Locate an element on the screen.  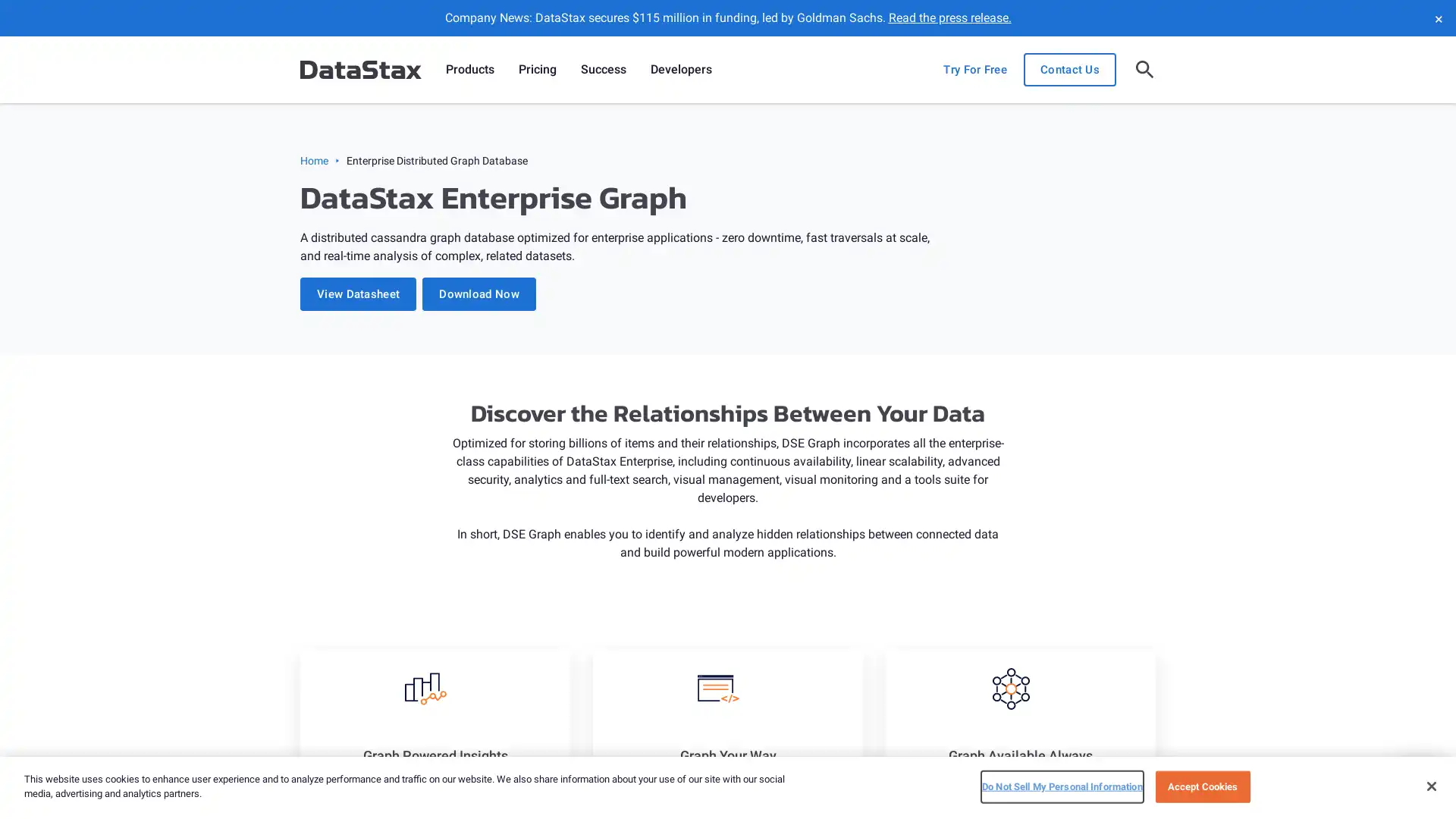
Dismiss is located at coordinates (1437, 17).